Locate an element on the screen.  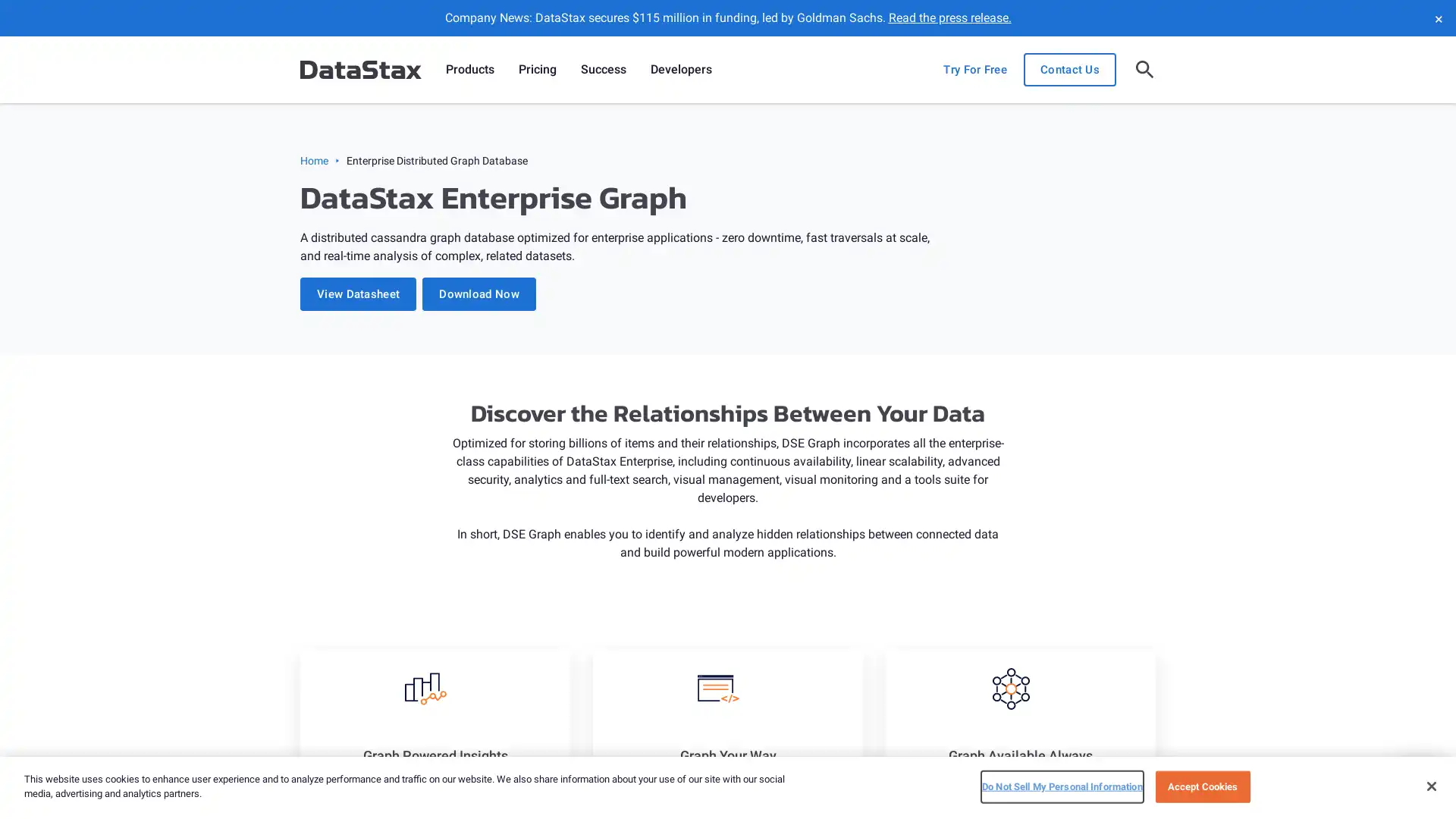
Dismiss is located at coordinates (1437, 17).